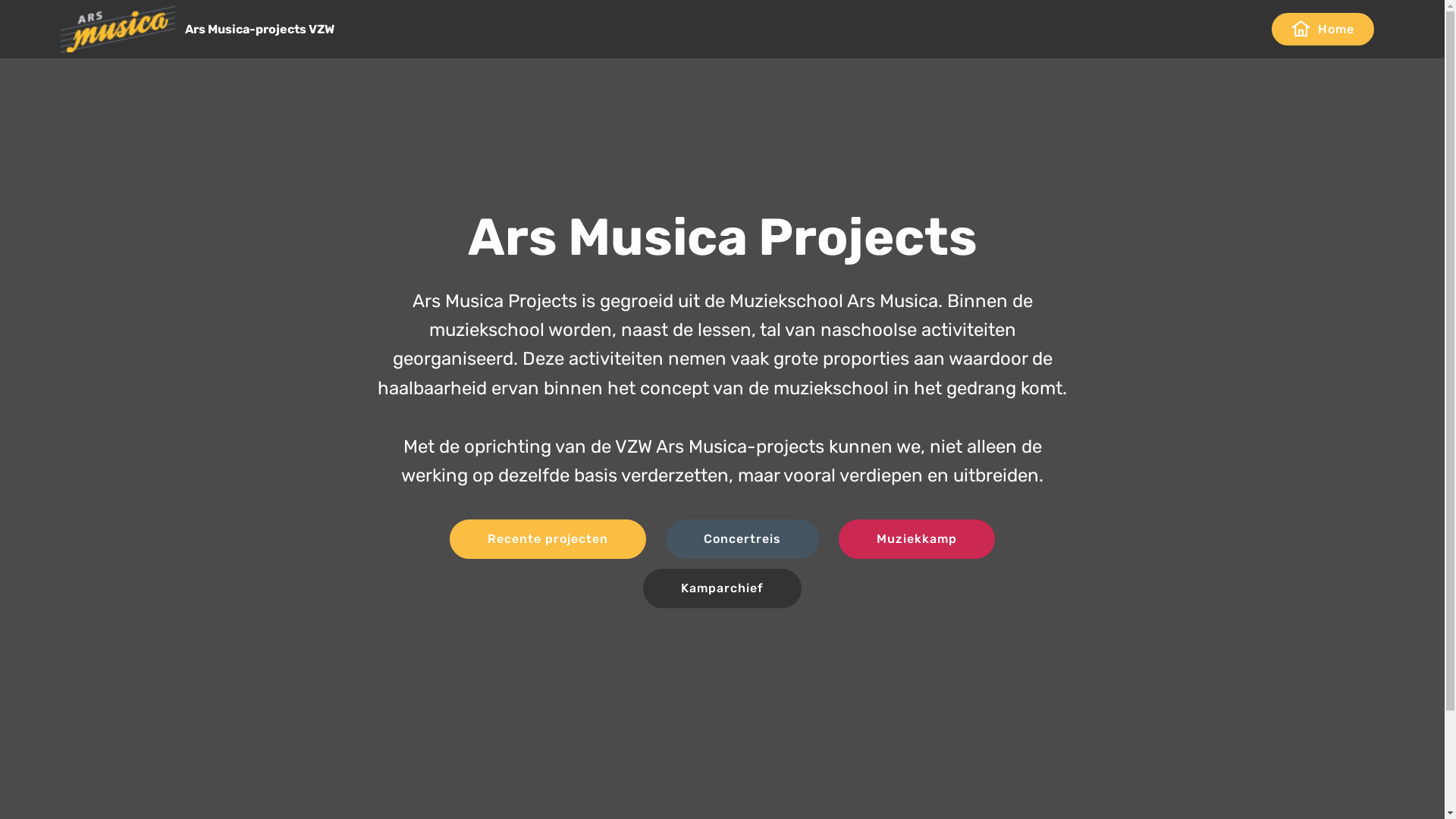  Describe the element at coordinates (547, 538) in the screenshot. I see `'Recente projecten'` at that location.